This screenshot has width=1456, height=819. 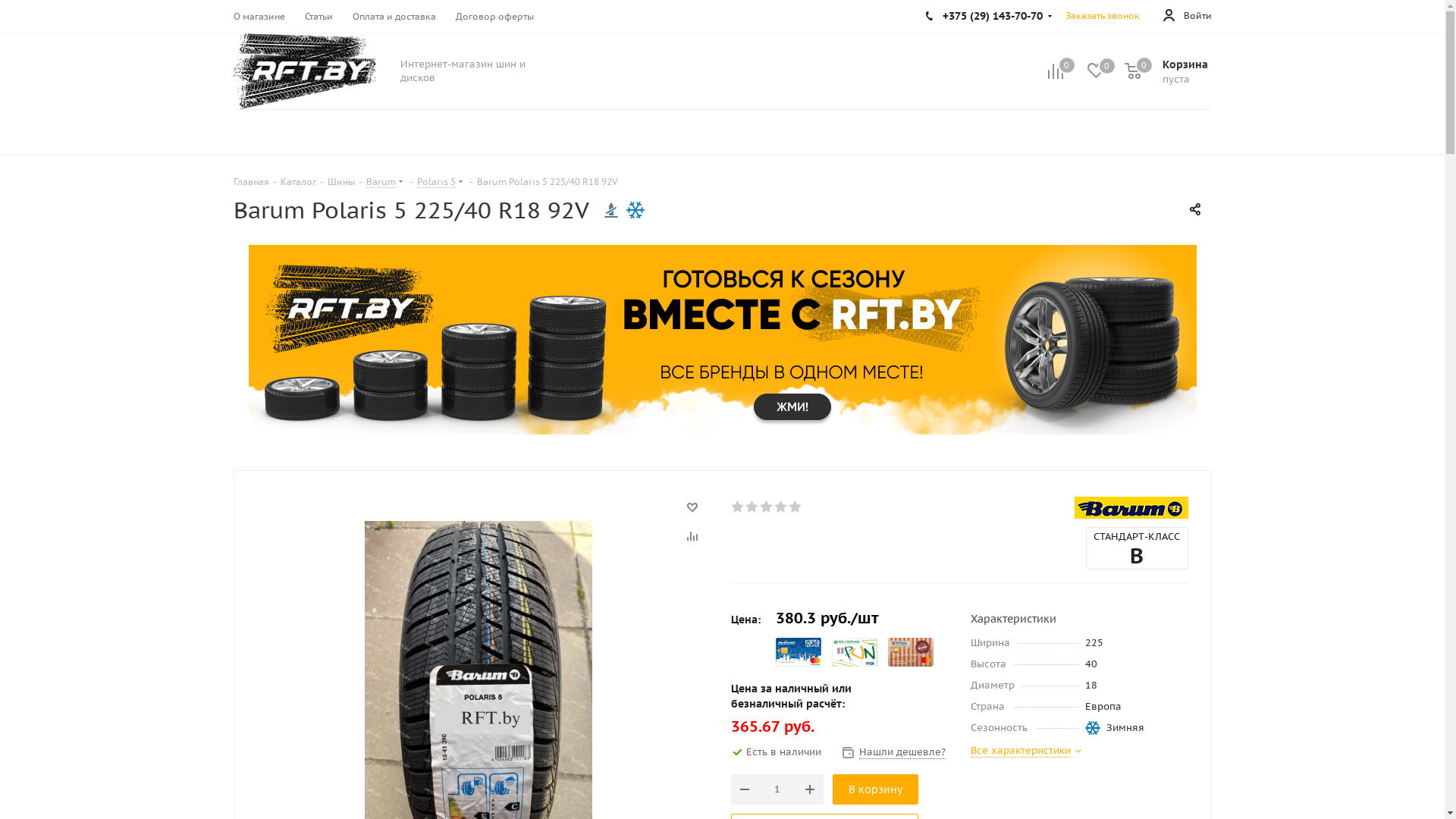 I want to click on '4', so click(x=780, y=506).